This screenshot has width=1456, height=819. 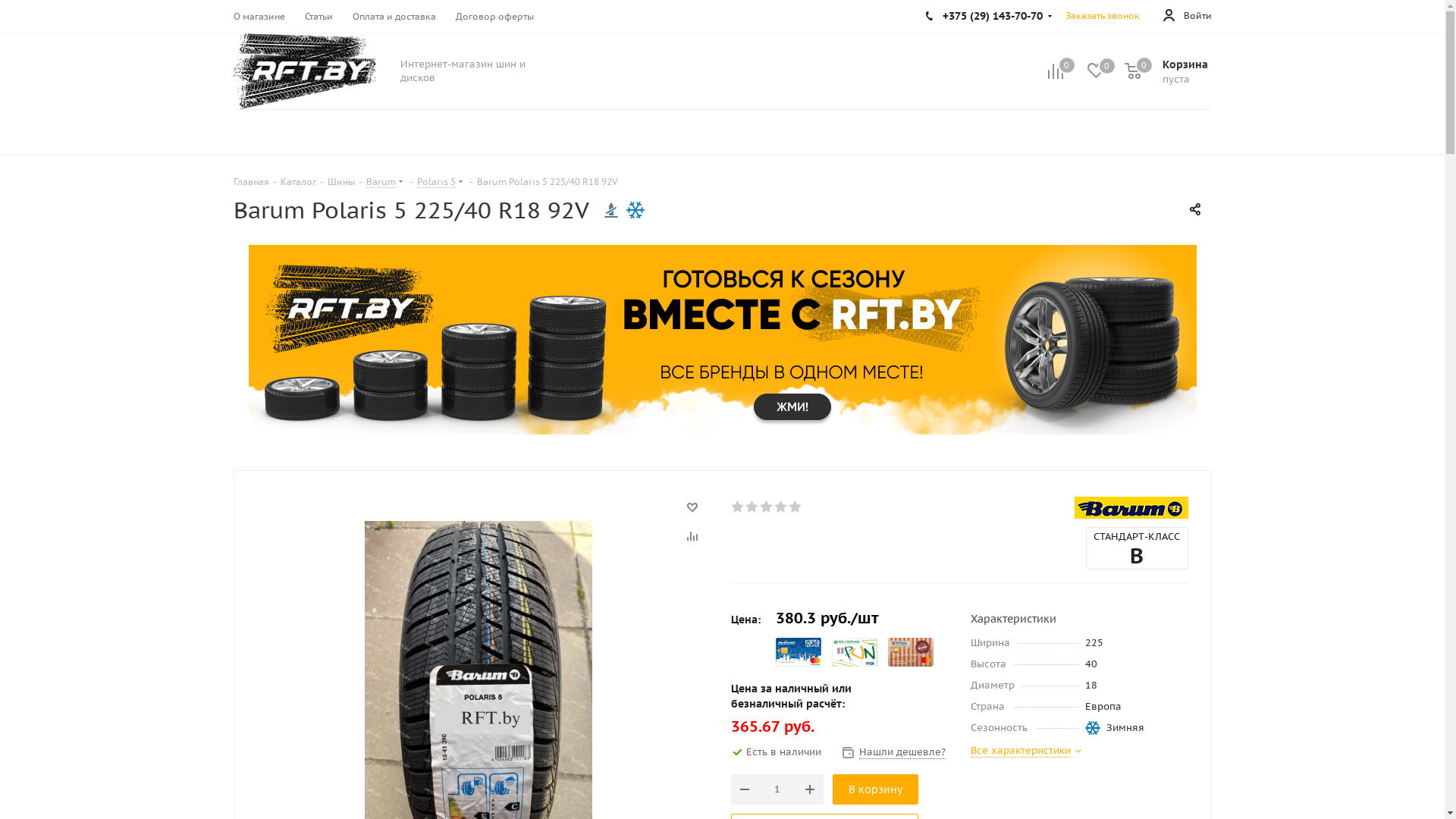 I want to click on '4', so click(x=780, y=506).